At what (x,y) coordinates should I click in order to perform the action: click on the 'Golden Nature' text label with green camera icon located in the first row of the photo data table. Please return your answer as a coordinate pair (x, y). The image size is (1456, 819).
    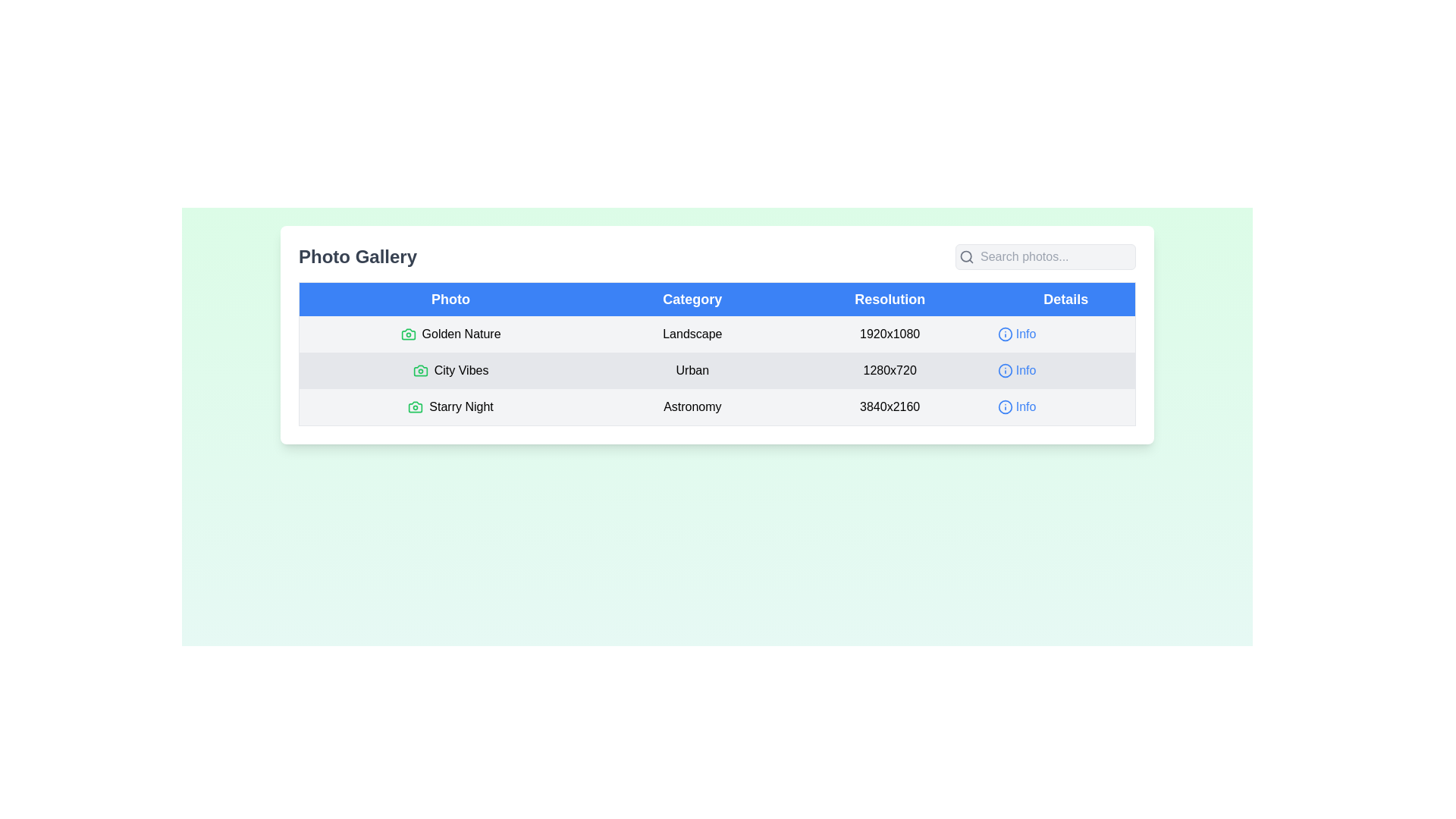
    Looking at the image, I should click on (450, 333).